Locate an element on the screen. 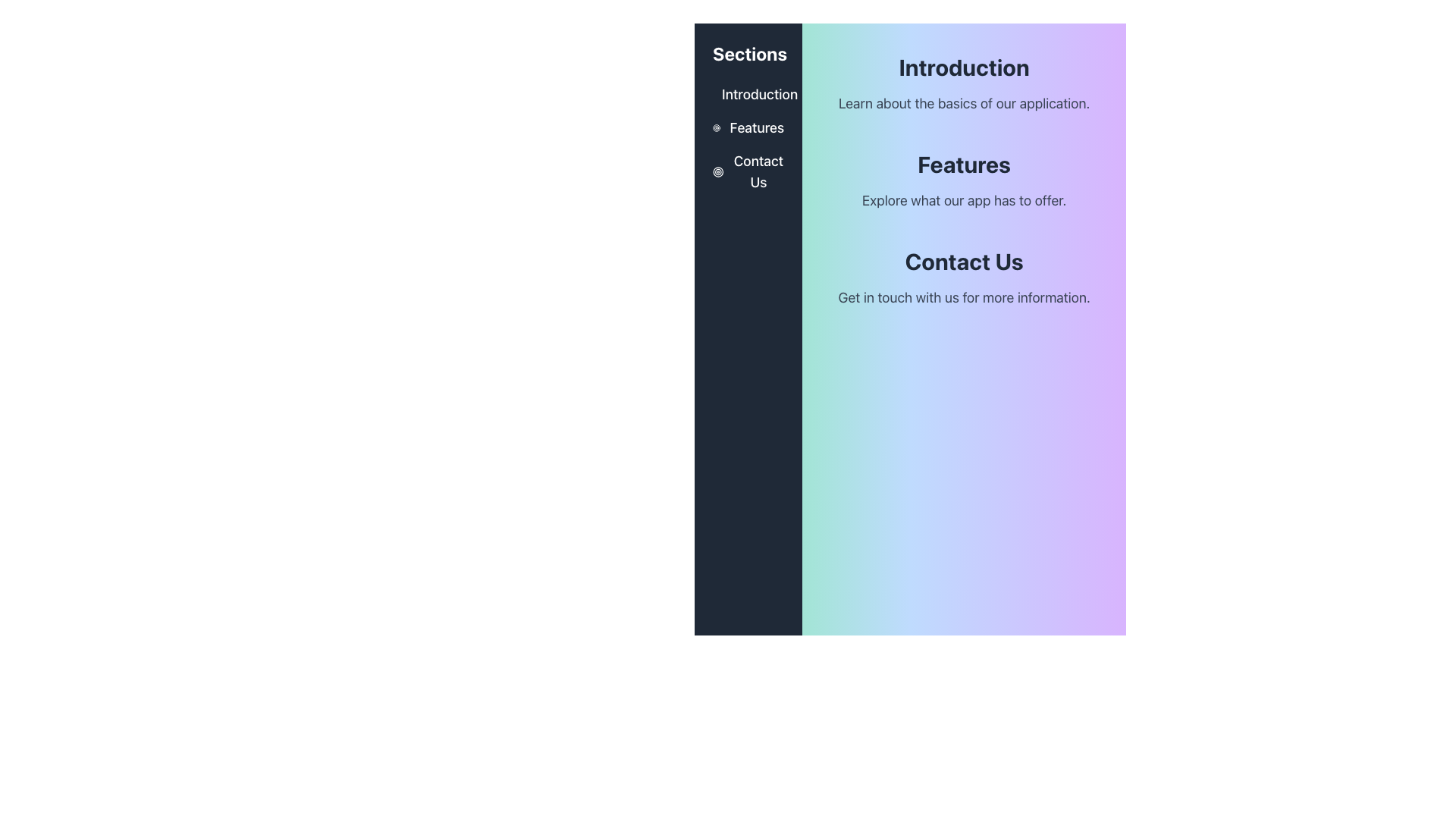 The image size is (1456, 819). the 'Features' hyperlink in the interactive menu, which is styled with an underline on hover and is the second entry in the sidebar menu is located at coordinates (748, 127).